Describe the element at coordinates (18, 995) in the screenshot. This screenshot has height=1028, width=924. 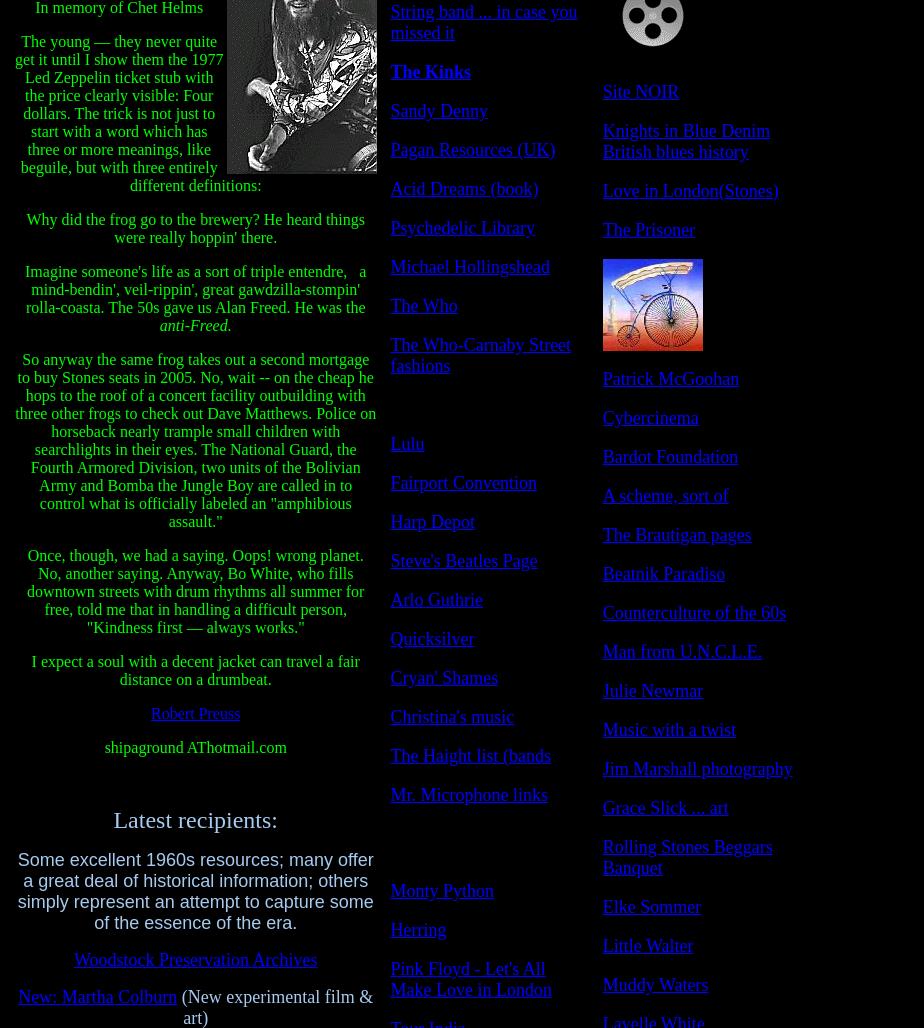
I see `'New:'` at that location.